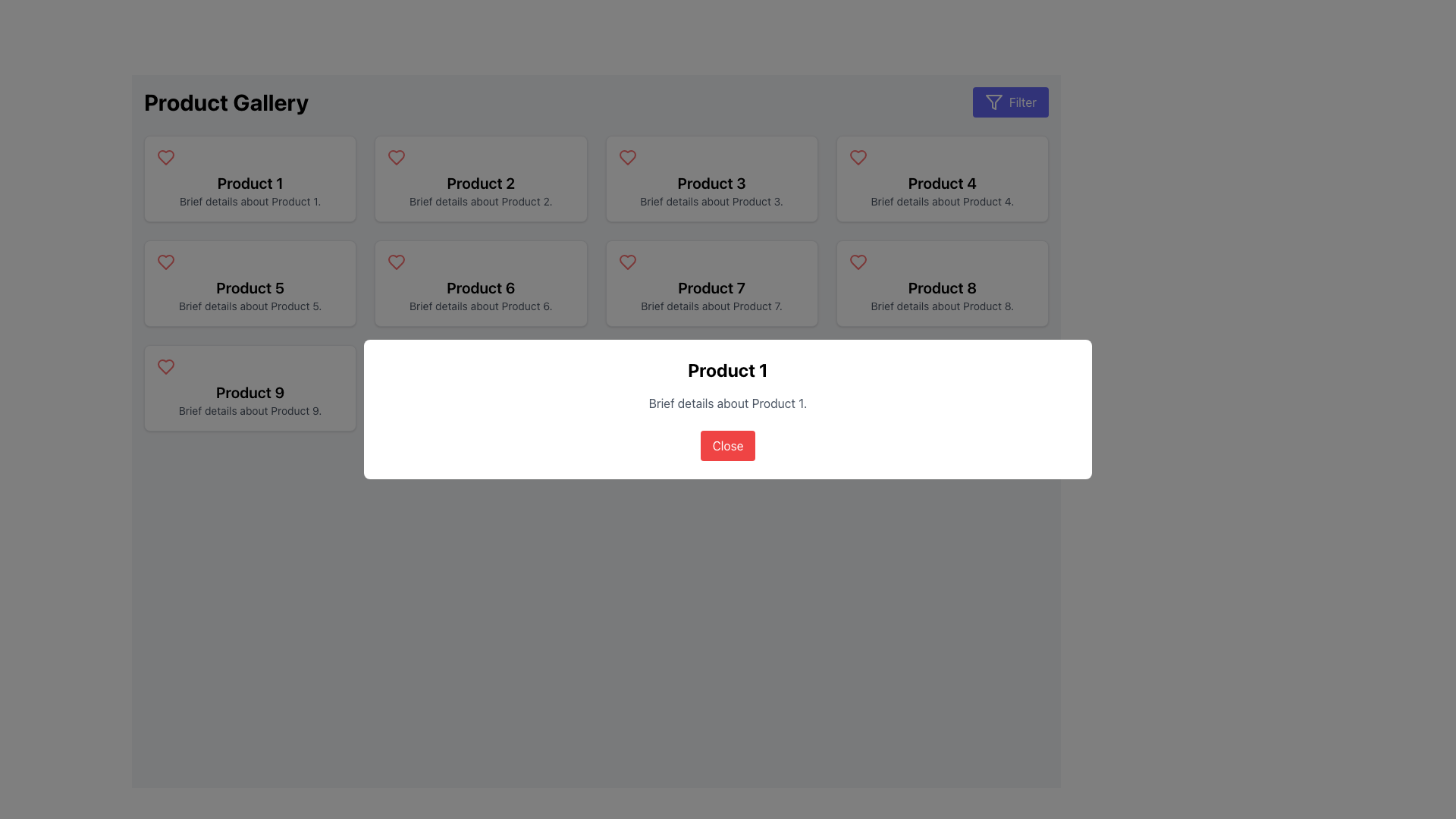  What do you see at coordinates (480, 284) in the screenshot?
I see `the product card displaying 'Product 6' which includes a red heart icon, bold text, and brief details, located in the second row and second column of the grid layout` at bounding box center [480, 284].